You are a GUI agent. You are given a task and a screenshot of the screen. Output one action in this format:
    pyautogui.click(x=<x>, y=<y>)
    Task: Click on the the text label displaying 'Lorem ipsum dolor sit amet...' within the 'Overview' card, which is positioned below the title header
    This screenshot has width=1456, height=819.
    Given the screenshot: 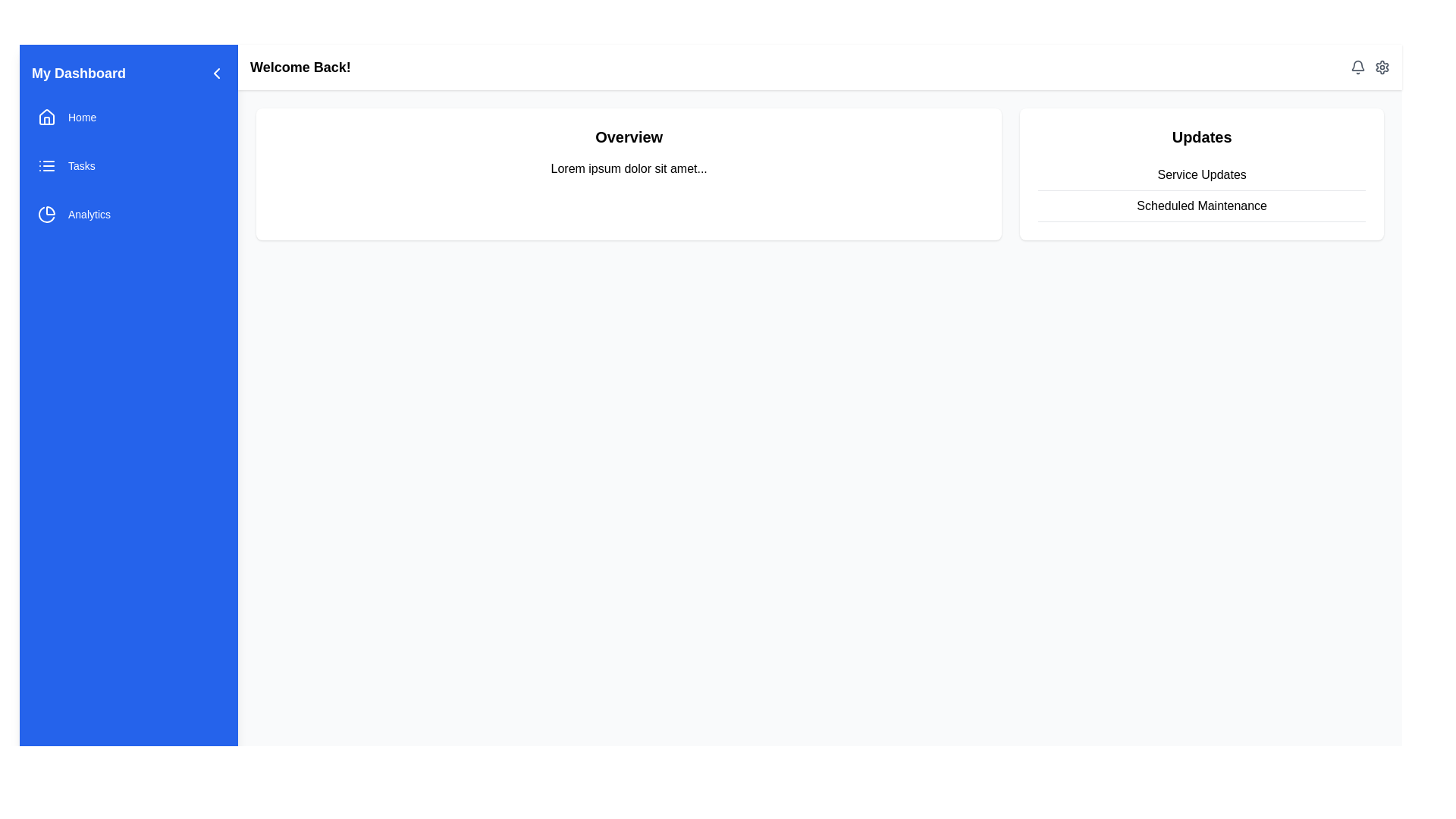 What is the action you would take?
    pyautogui.click(x=629, y=169)
    